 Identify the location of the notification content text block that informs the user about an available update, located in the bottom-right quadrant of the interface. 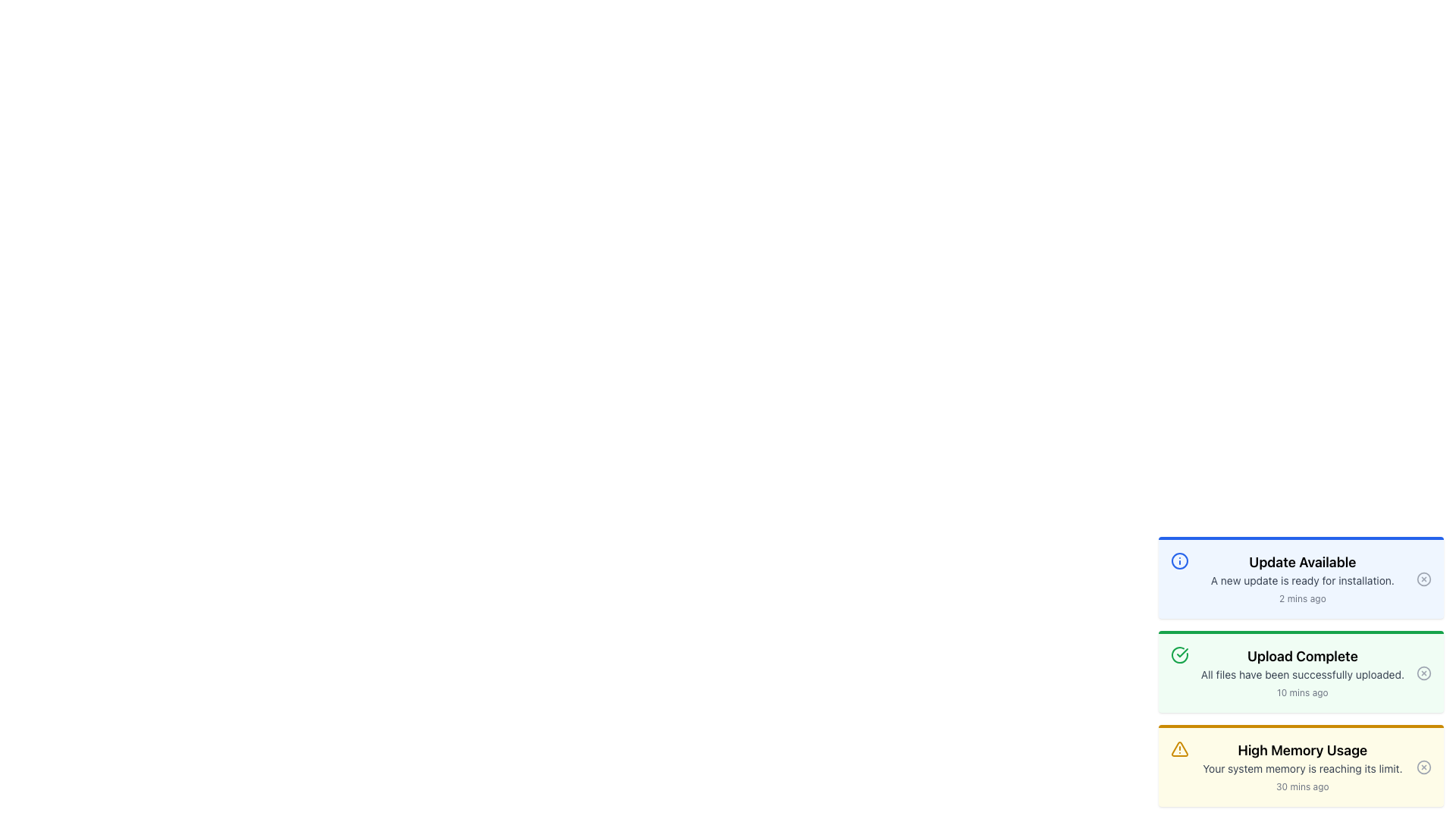
(1301, 579).